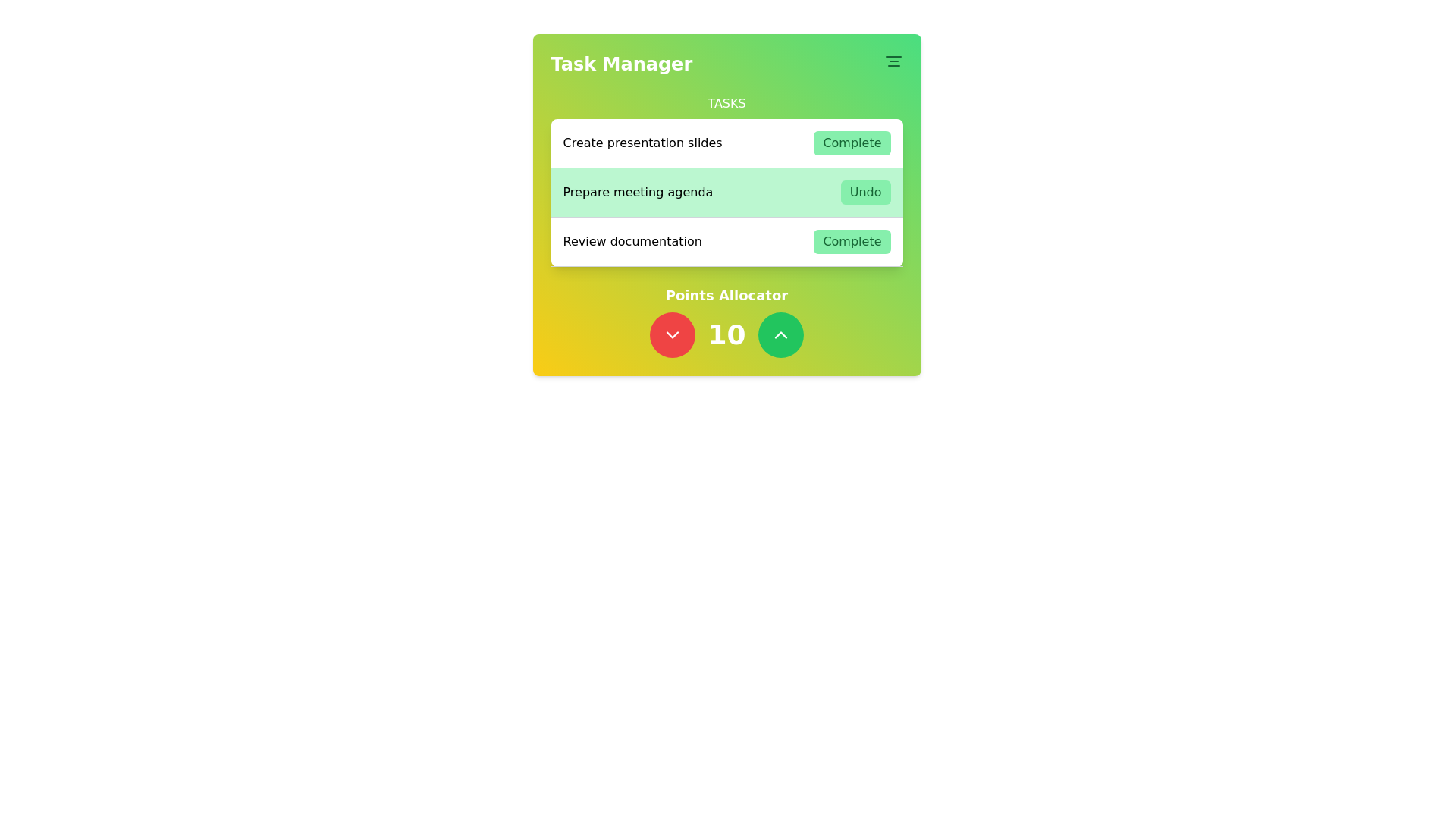 This screenshot has height=819, width=1456. I want to click on displayed number '10' from the Interactive control panel titled 'Points Allocator', which is located below the 'Tasks' section in the 'Task Manager' panel, so click(726, 321).